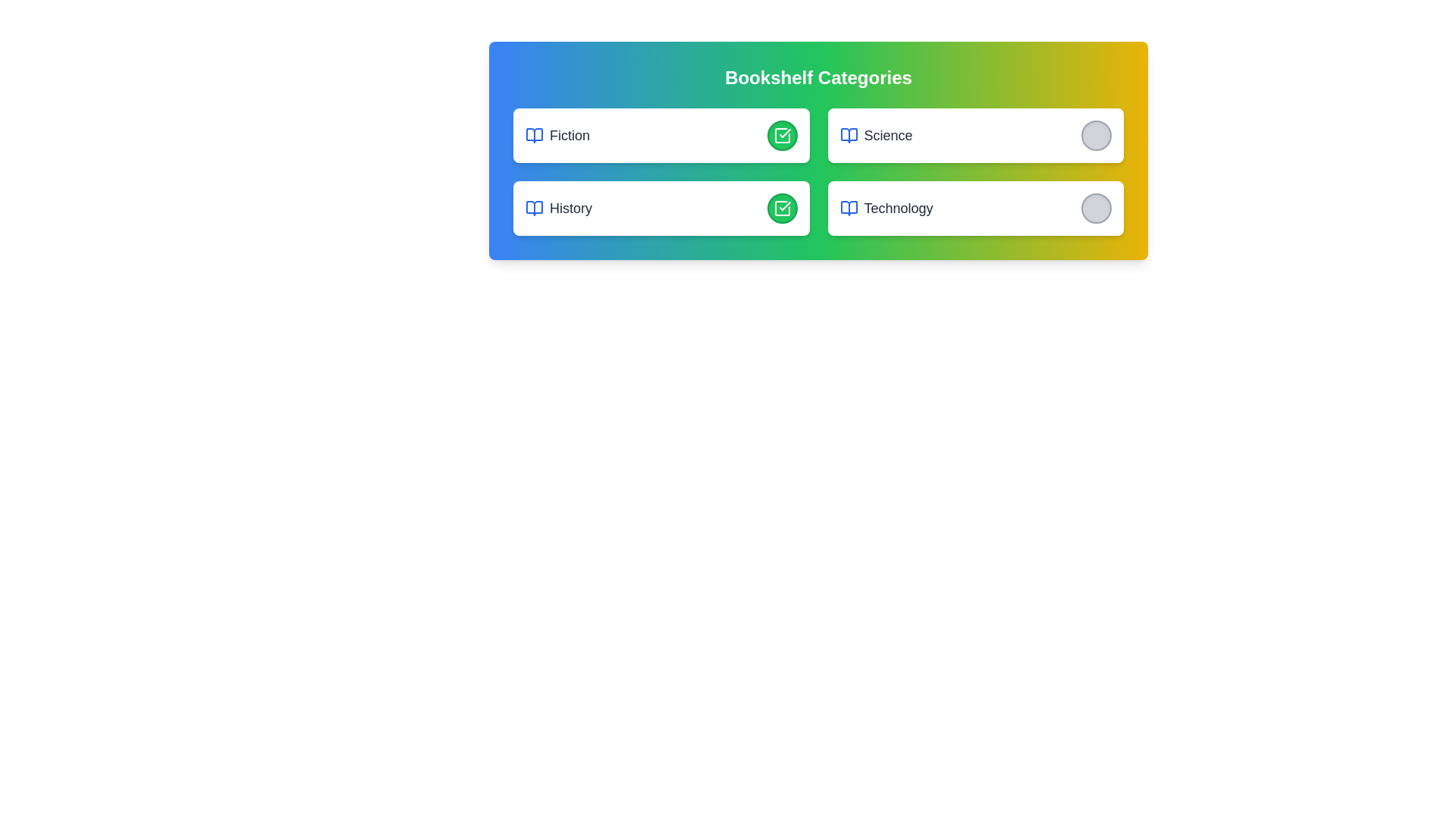  Describe the element at coordinates (782, 208) in the screenshot. I see `the category History by clicking its corresponding button` at that location.